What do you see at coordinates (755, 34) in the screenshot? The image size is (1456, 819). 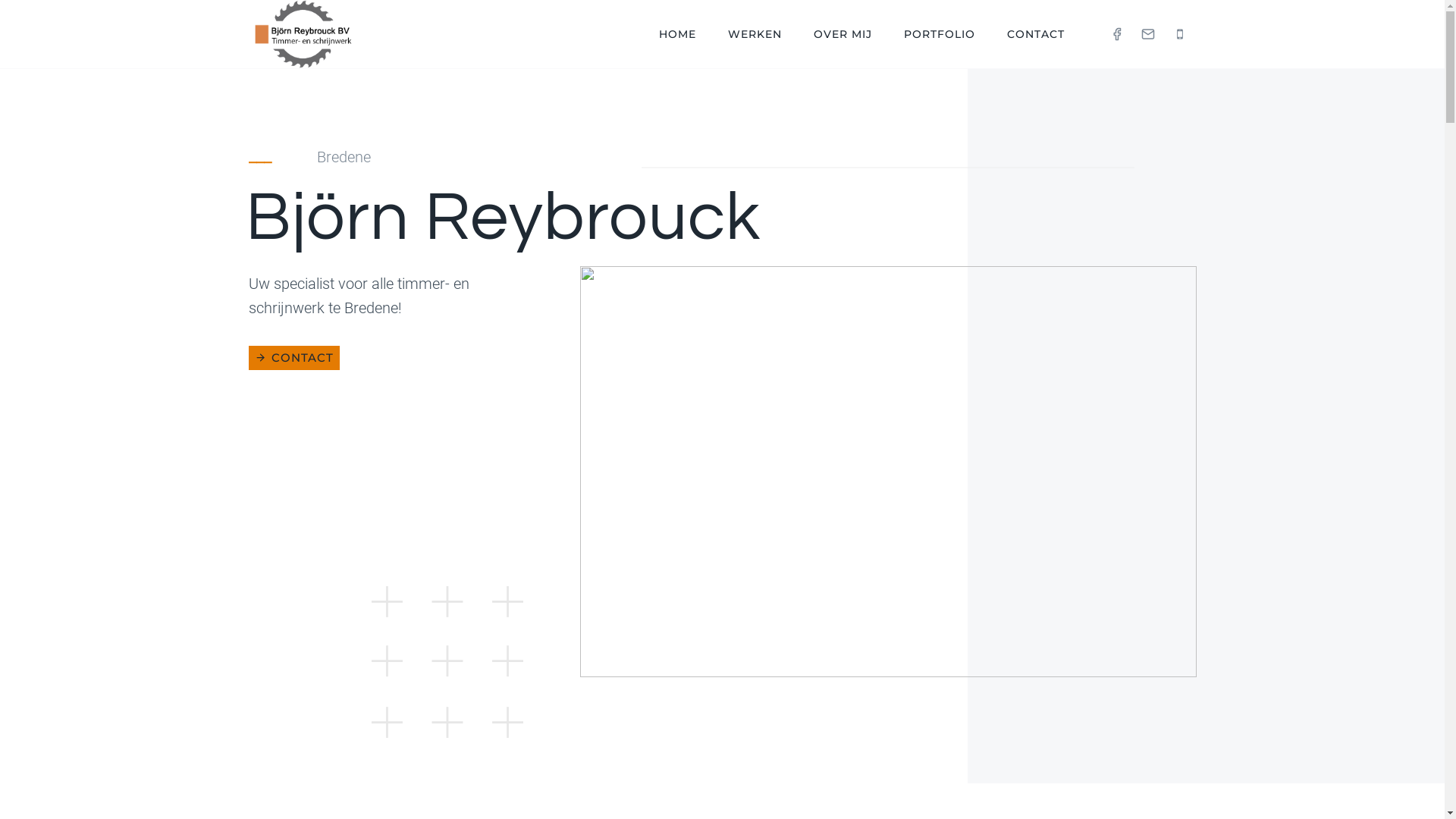 I see `'WERKEN'` at bounding box center [755, 34].